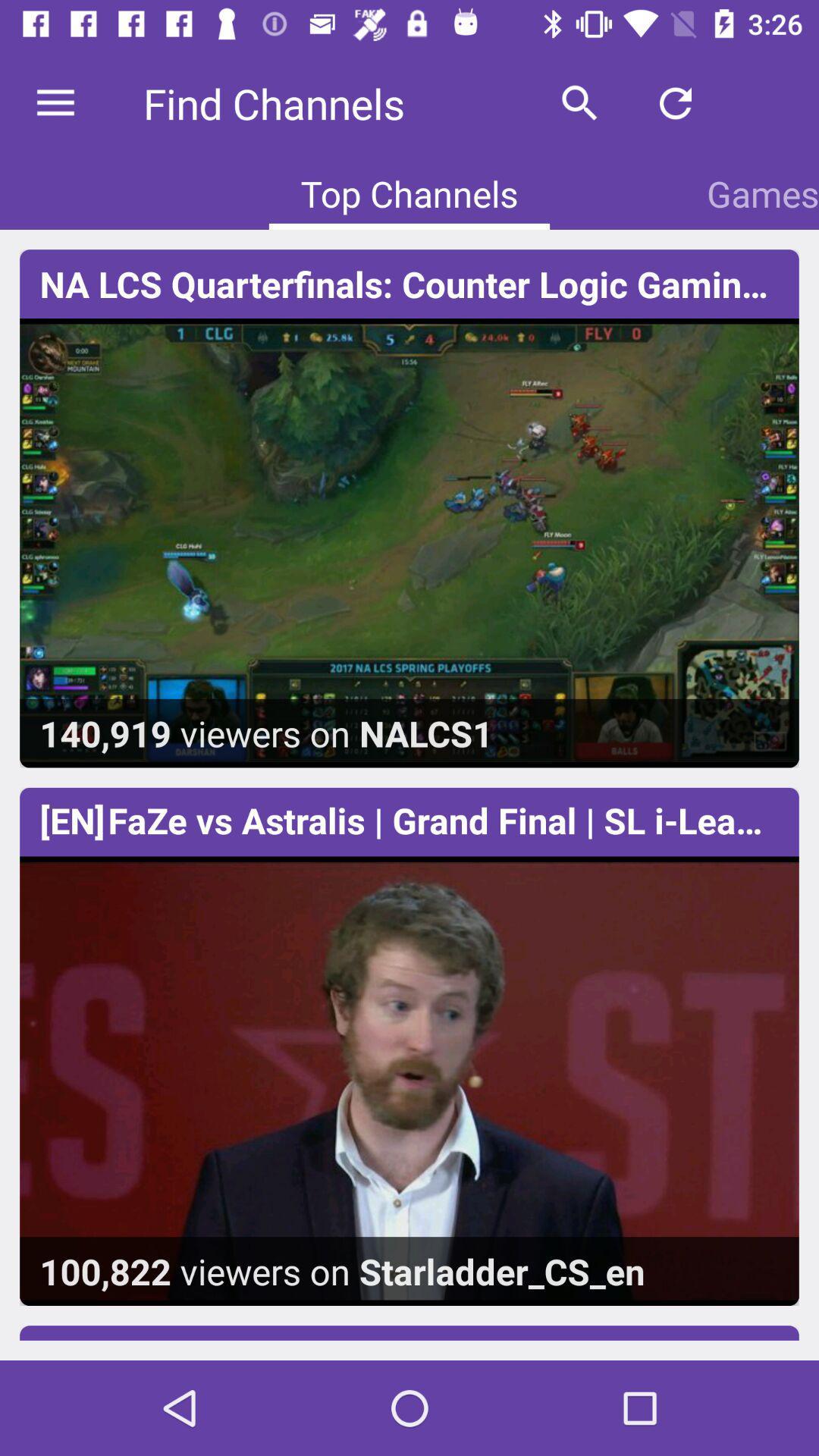 This screenshot has width=819, height=1456. Describe the element at coordinates (675, 103) in the screenshot. I see `the option which is above the games` at that location.